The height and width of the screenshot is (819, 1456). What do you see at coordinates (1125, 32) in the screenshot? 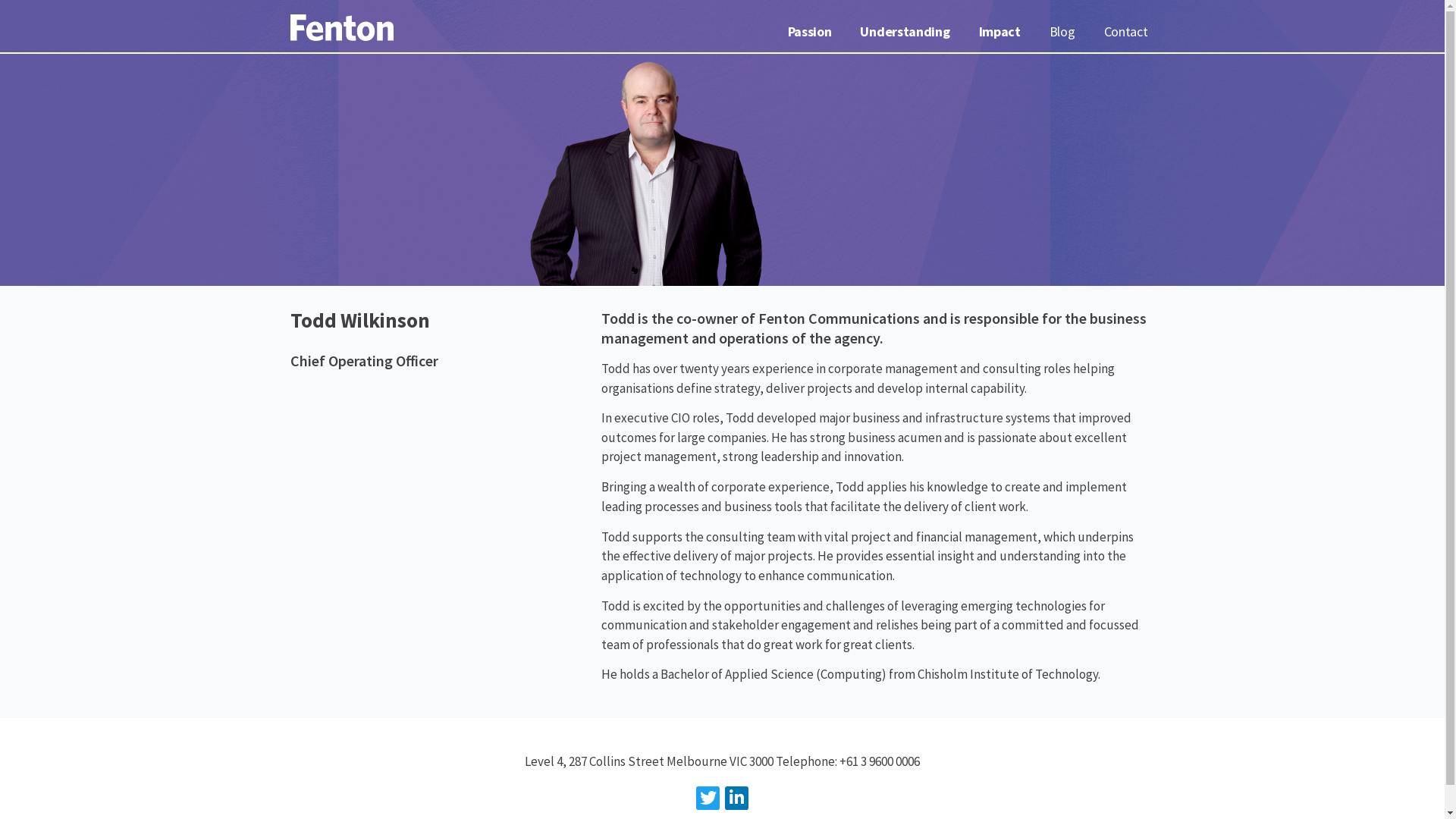
I see `'Contact'` at bounding box center [1125, 32].